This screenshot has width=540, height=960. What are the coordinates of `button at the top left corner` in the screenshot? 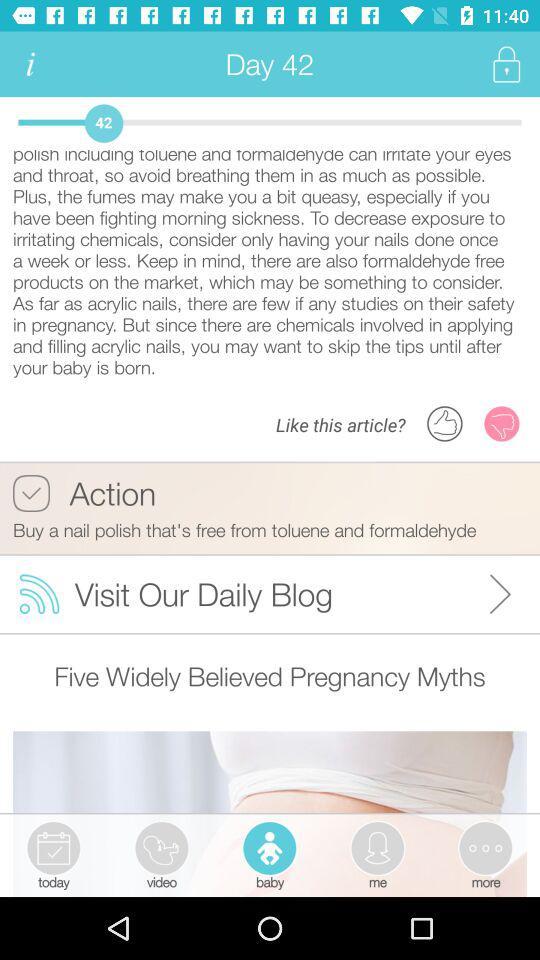 It's located at (29, 64).